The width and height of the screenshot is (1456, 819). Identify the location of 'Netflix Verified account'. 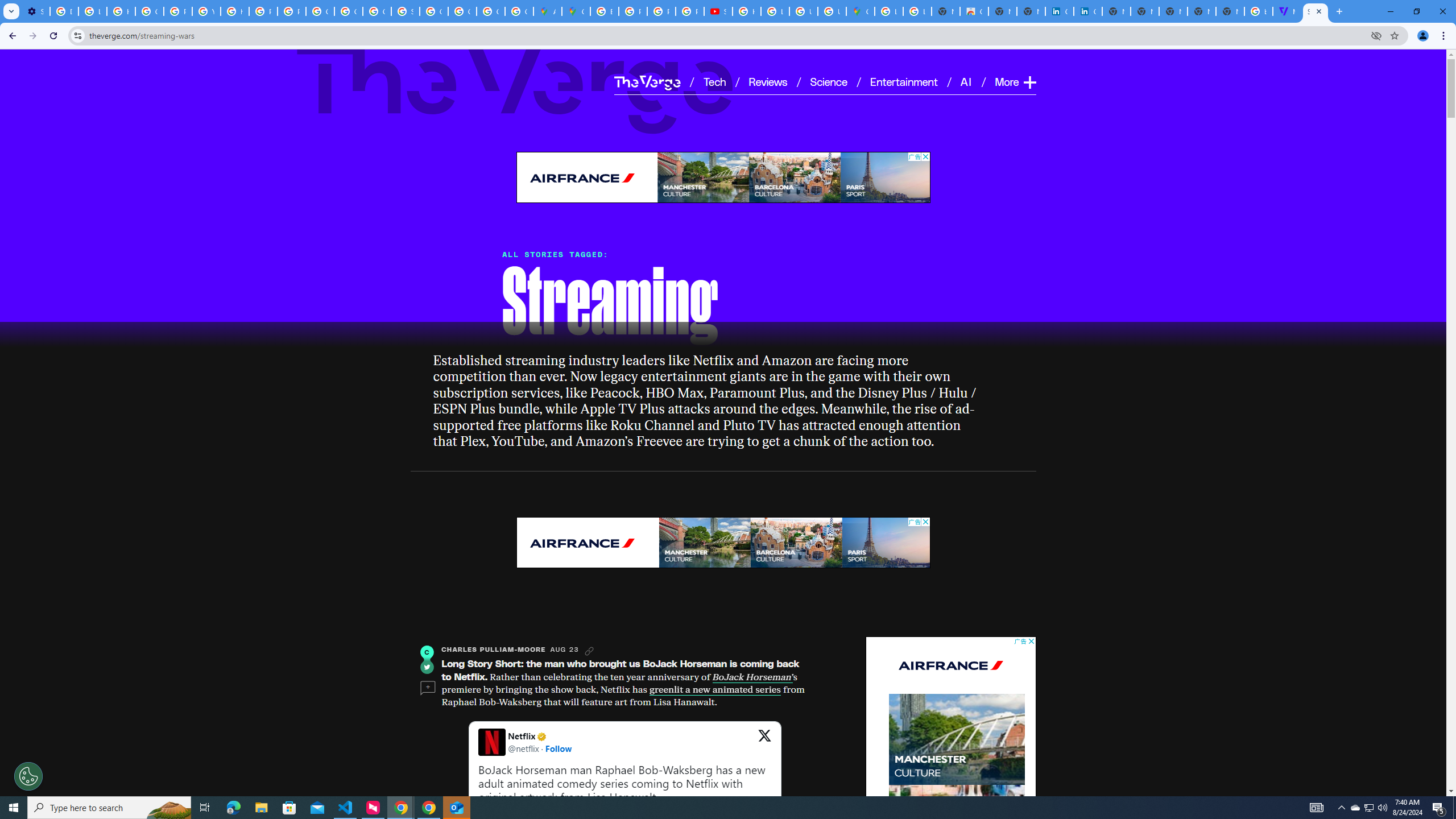
(540, 736).